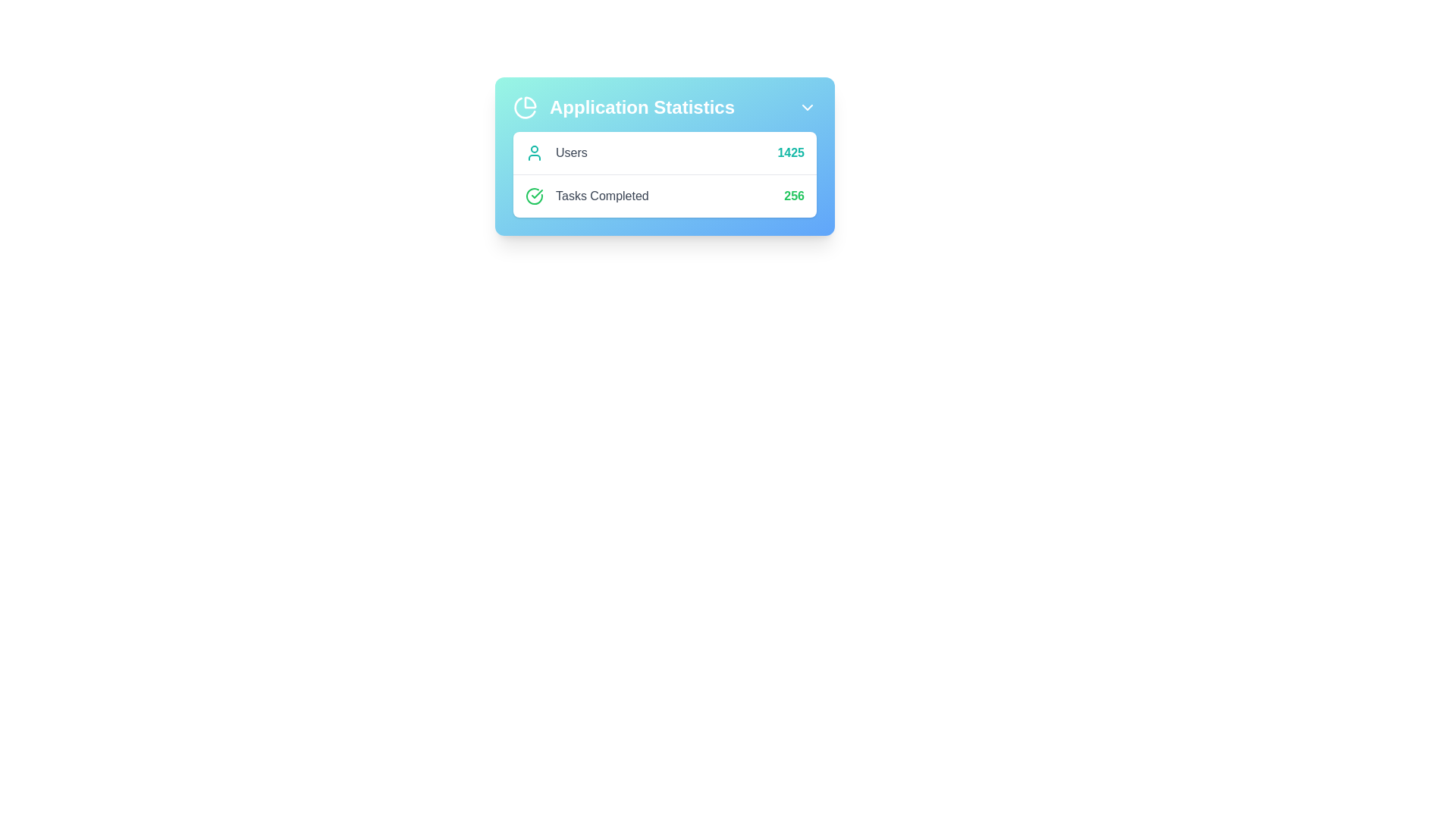  Describe the element at coordinates (537, 193) in the screenshot. I see `the completion status represented by the circular icon located next to the 'Tasks Completed' label in the 'Application Statistics' card` at that location.